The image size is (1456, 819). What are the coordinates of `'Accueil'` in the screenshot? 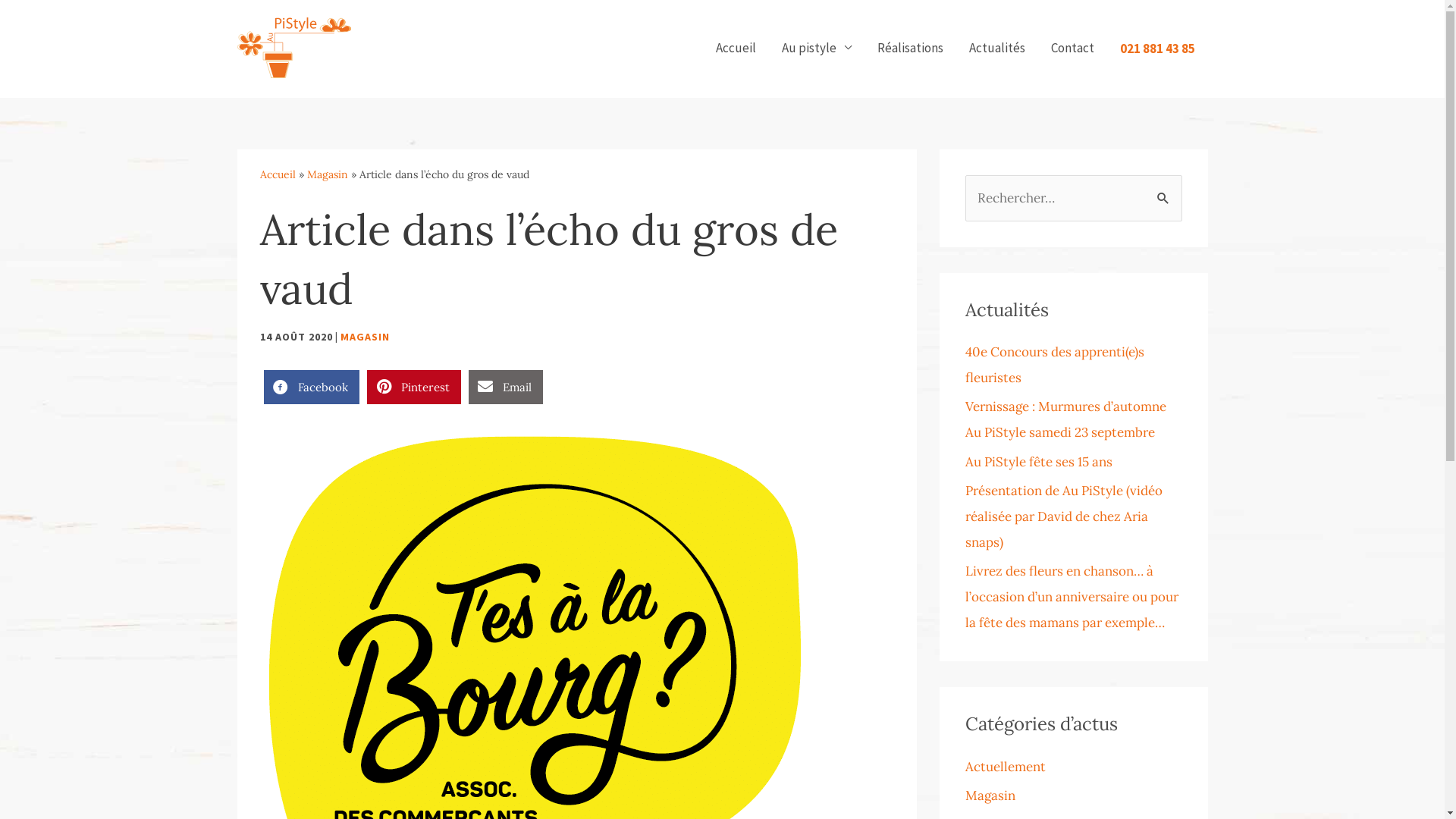 It's located at (277, 174).